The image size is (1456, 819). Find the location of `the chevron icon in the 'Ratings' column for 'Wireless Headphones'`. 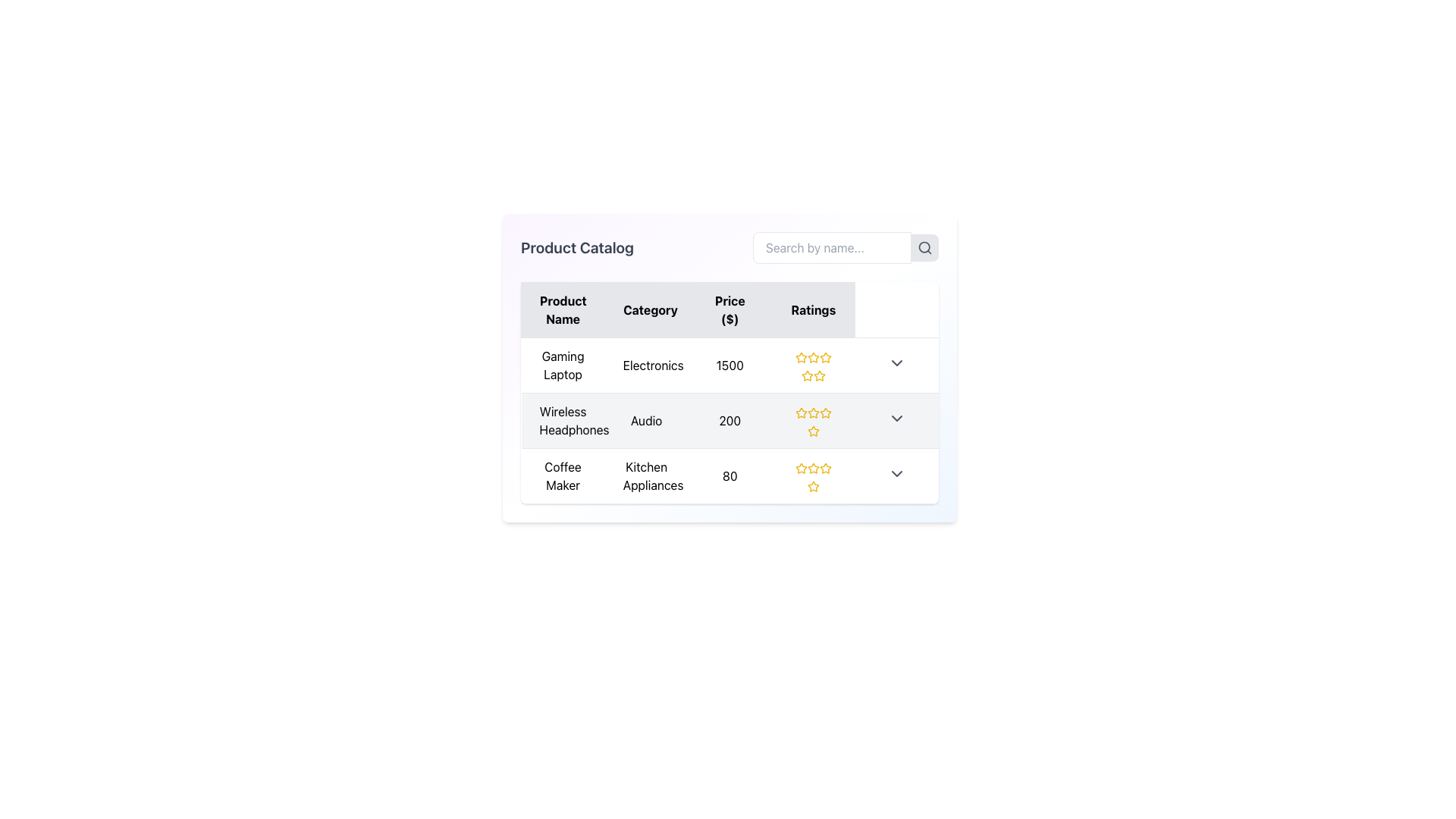

the chevron icon in the 'Ratings' column for 'Wireless Headphones' is located at coordinates (896, 418).